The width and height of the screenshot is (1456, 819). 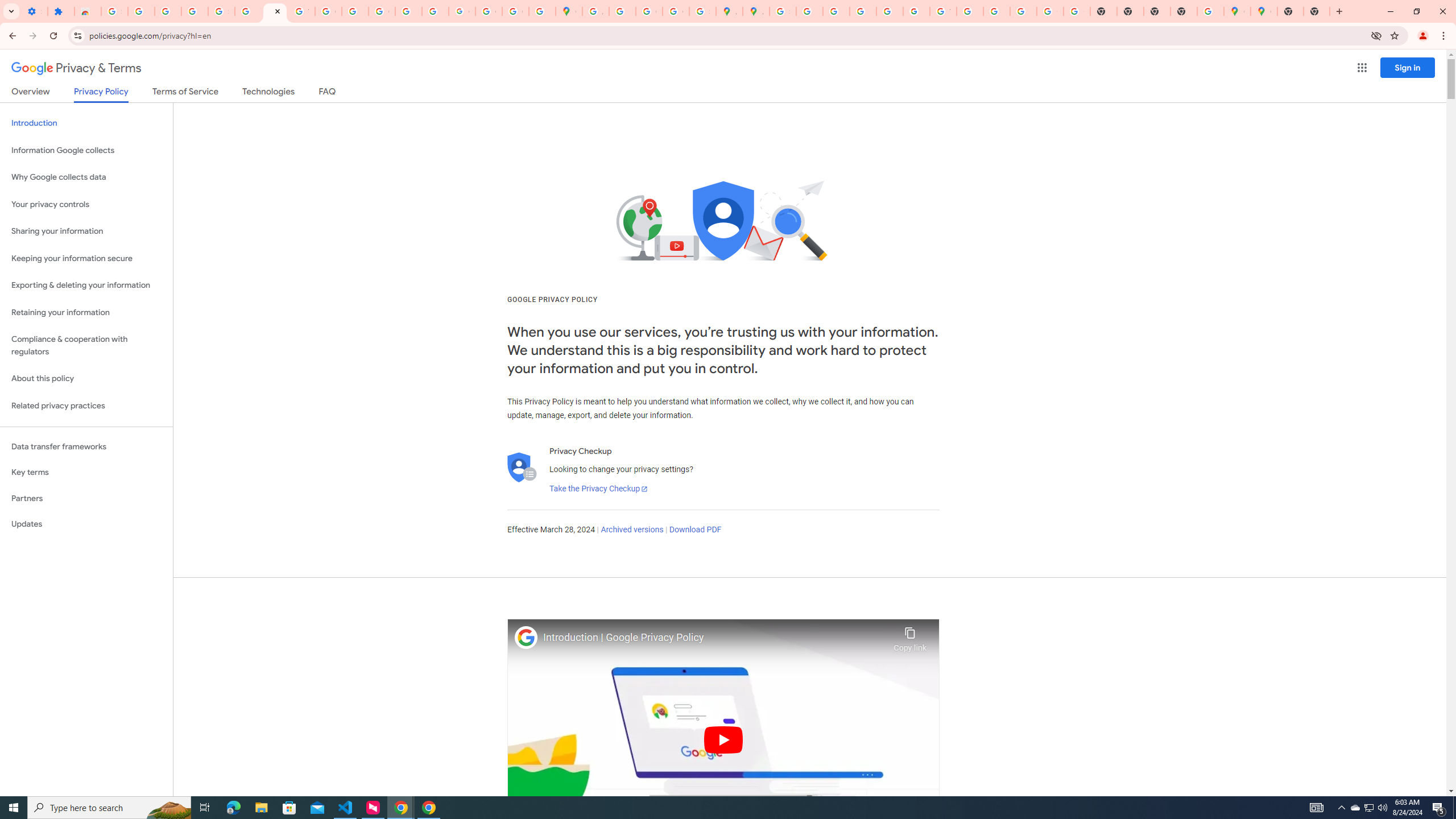 I want to click on 'Reviews: Helix Fruit Jump Arcade Game', so click(x=88, y=11).